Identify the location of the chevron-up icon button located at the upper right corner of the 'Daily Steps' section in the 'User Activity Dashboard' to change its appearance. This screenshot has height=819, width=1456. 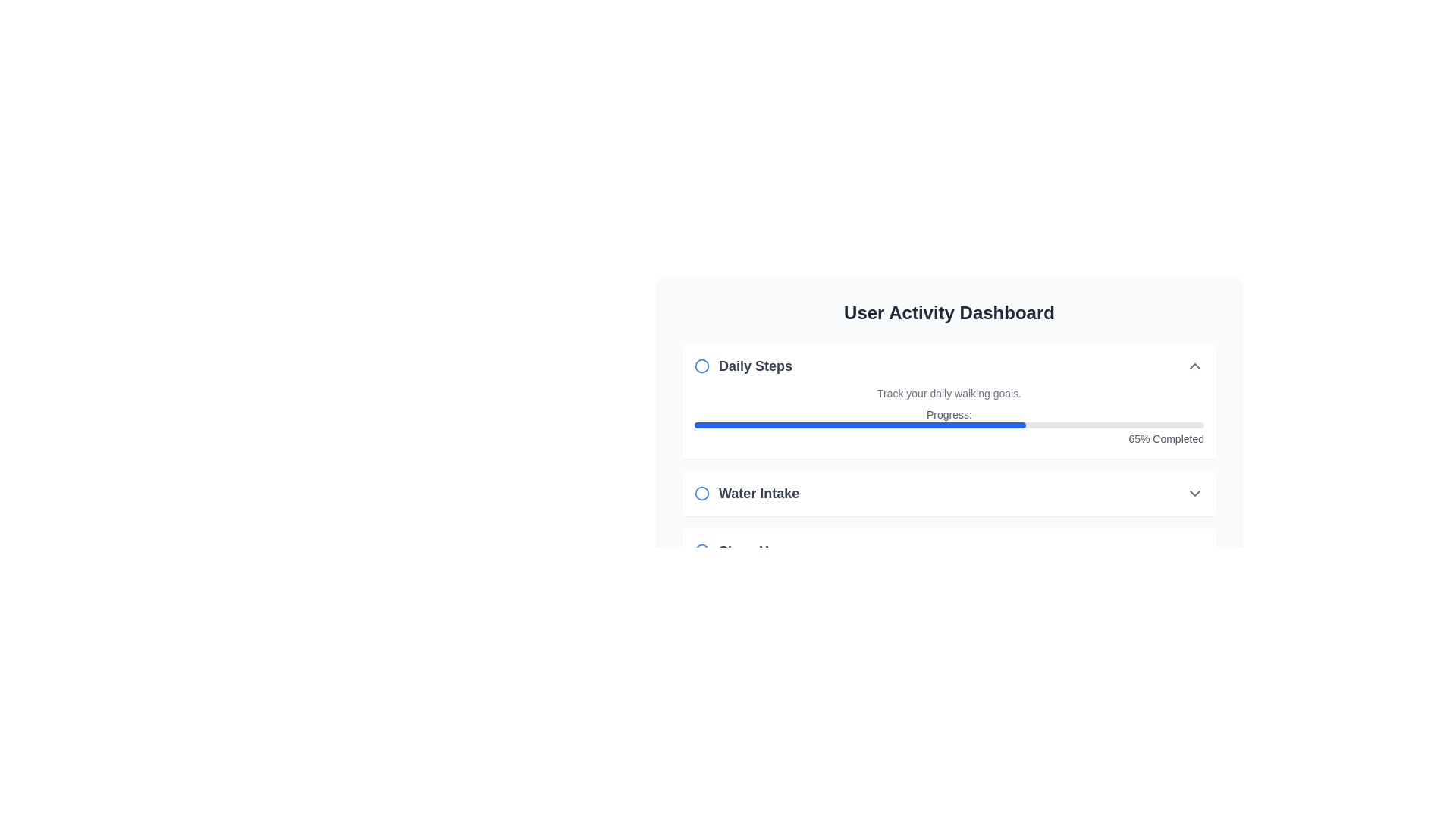
(1194, 366).